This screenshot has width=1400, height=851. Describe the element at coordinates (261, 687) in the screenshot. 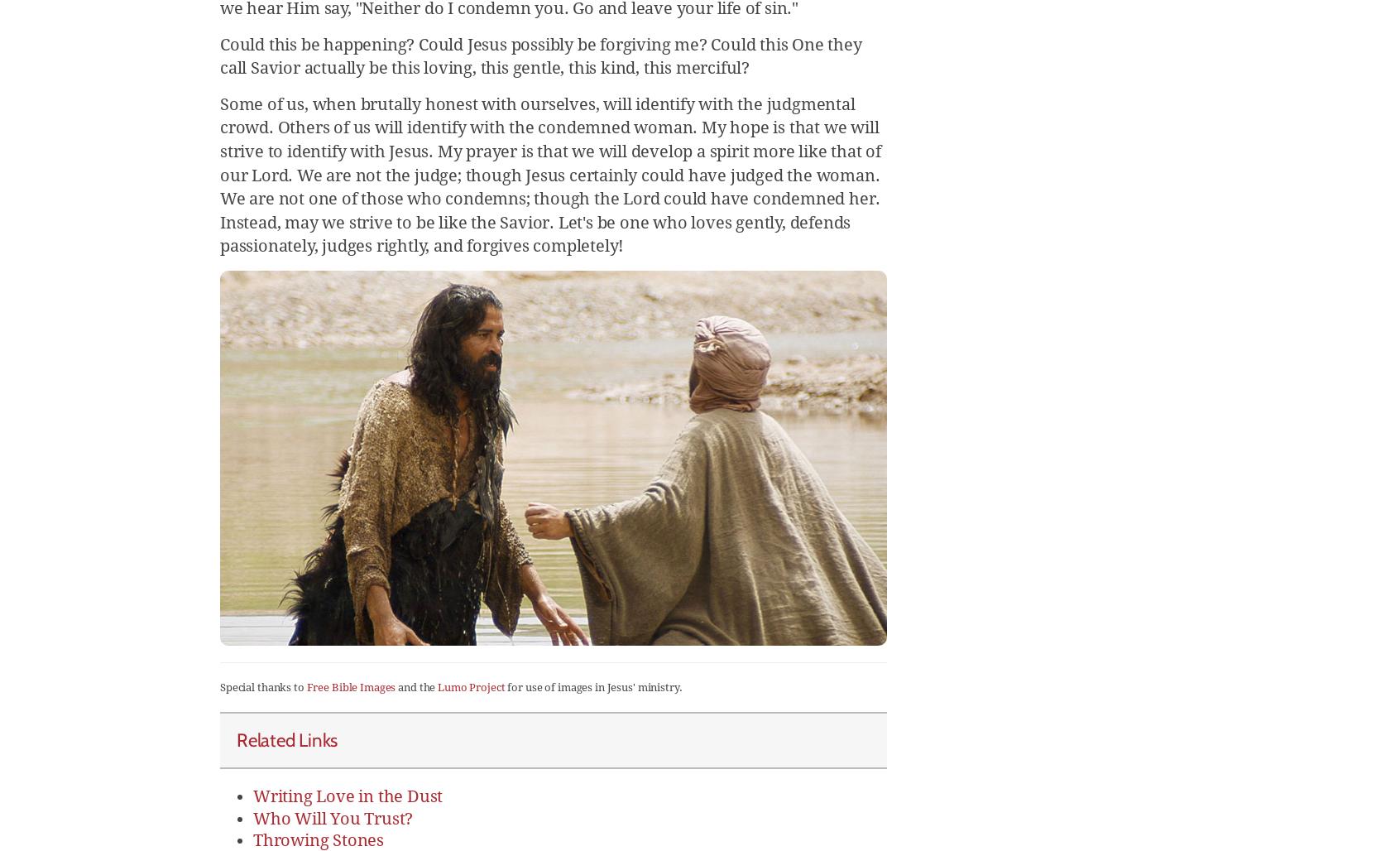

I see `'Special thanks to'` at that location.